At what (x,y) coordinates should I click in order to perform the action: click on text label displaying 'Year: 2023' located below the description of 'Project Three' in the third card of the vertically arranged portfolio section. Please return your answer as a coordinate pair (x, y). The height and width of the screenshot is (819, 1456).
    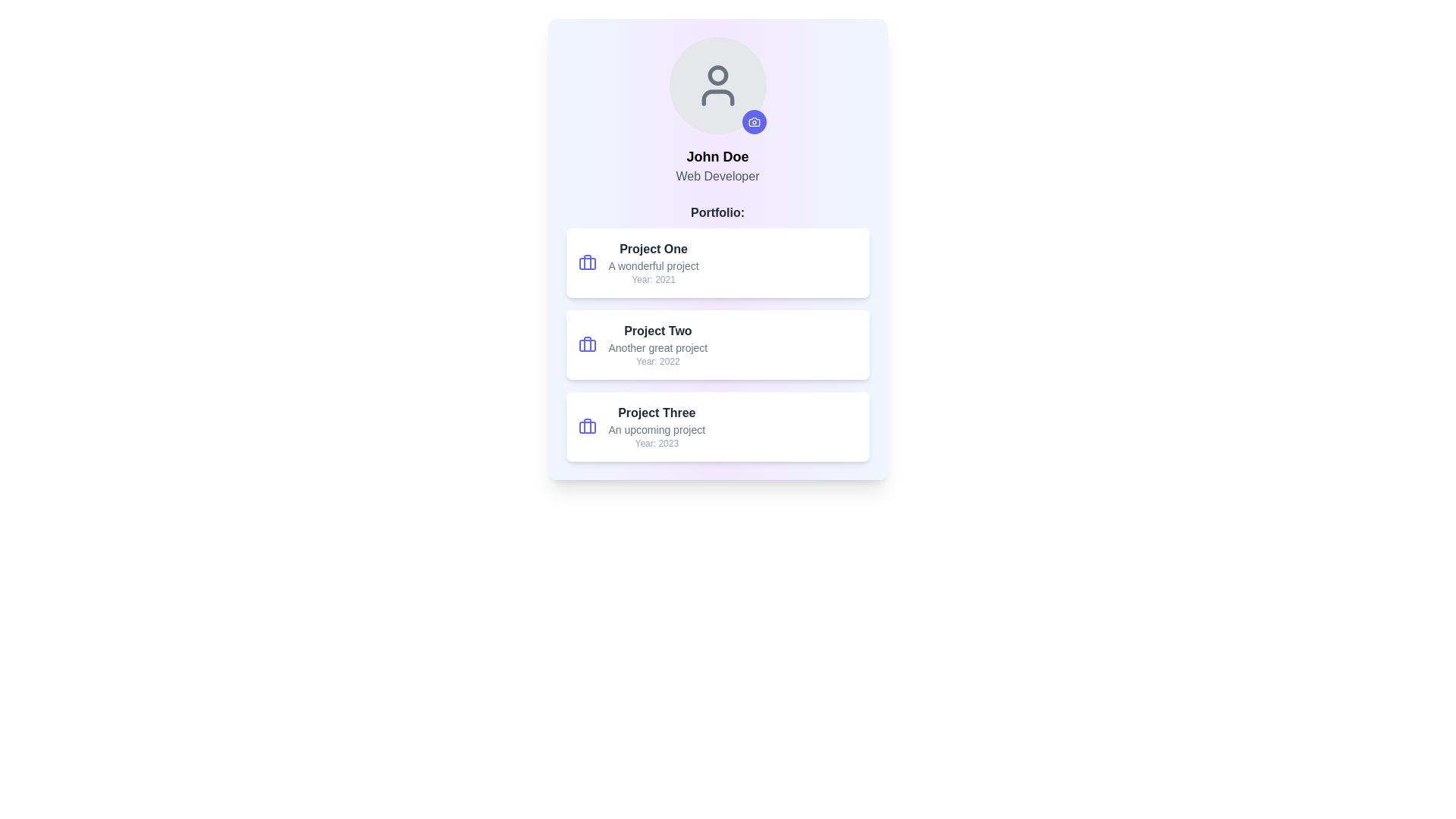
    Looking at the image, I should click on (657, 444).